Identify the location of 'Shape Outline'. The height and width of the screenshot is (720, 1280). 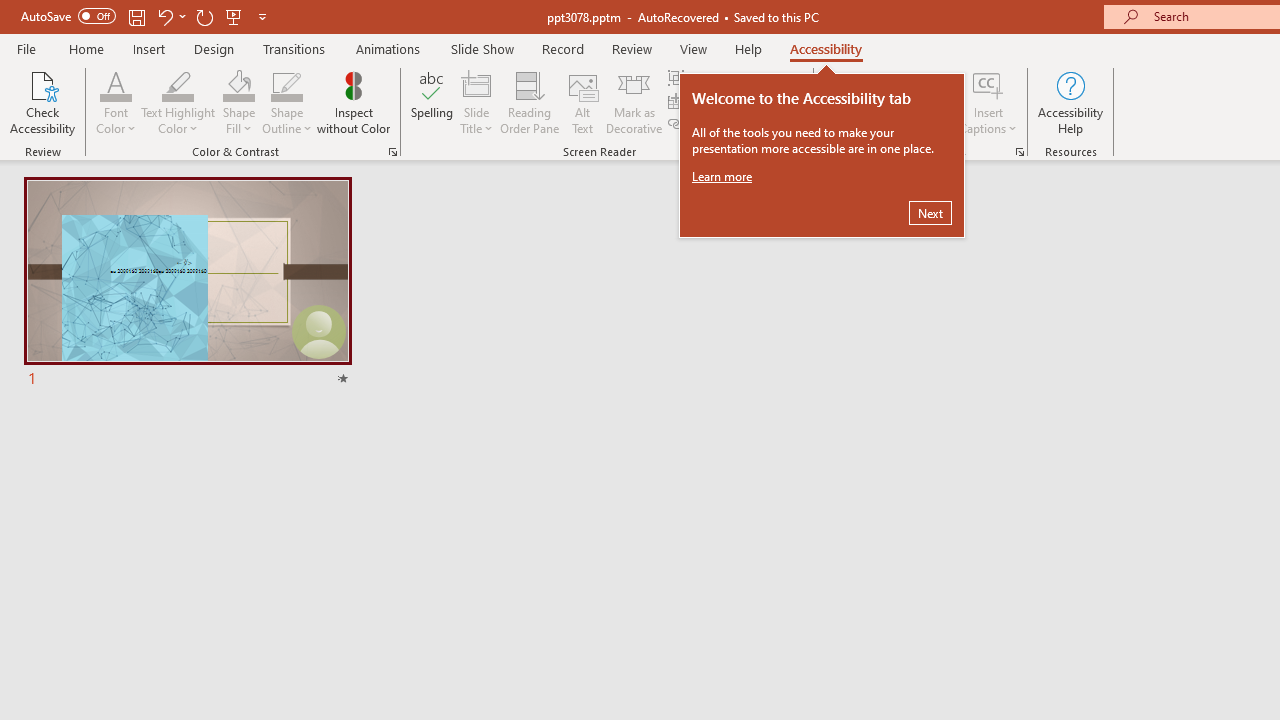
(286, 84).